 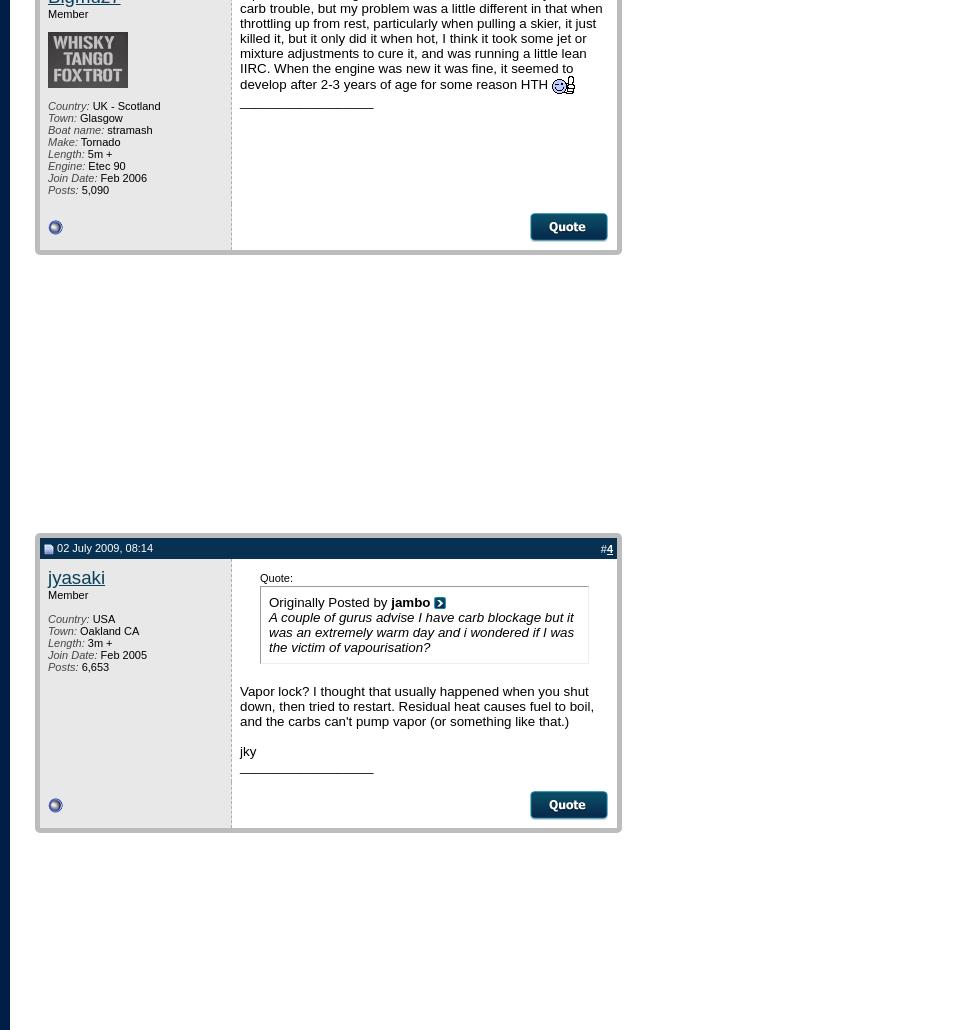 What do you see at coordinates (275, 577) in the screenshot?
I see `'Quote:'` at bounding box center [275, 577].